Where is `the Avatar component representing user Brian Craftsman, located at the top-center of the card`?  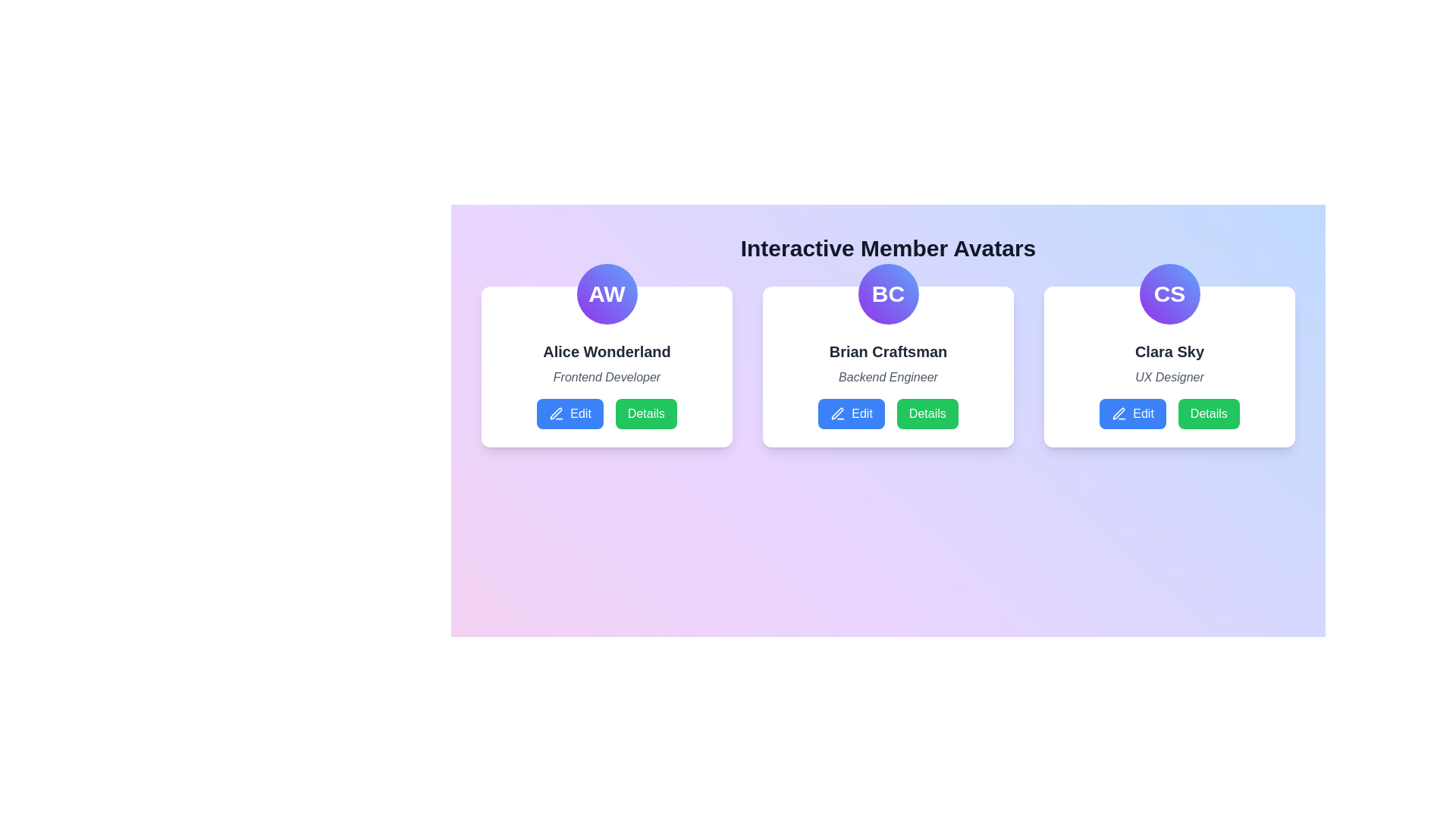 the Avatar component representing user Brian Craftsman, located at the top-center of the card is located at coordinates (888, 294).